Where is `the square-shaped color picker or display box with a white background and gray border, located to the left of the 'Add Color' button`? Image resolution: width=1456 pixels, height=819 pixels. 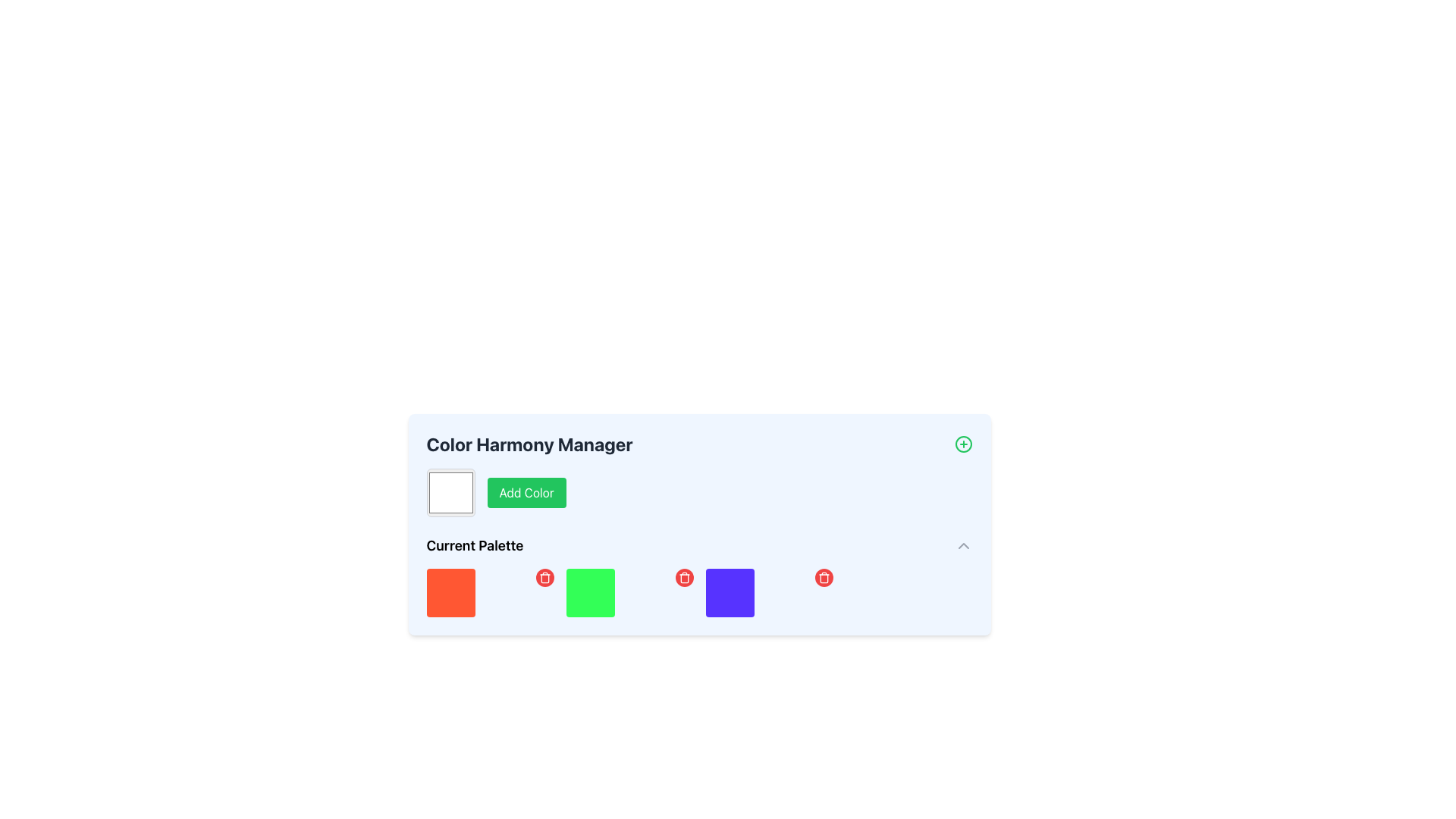 the square-shaped color picker or display box with a white background and gray border, located to the left of the 'Add Color' button is located at coordinates (450, 493).